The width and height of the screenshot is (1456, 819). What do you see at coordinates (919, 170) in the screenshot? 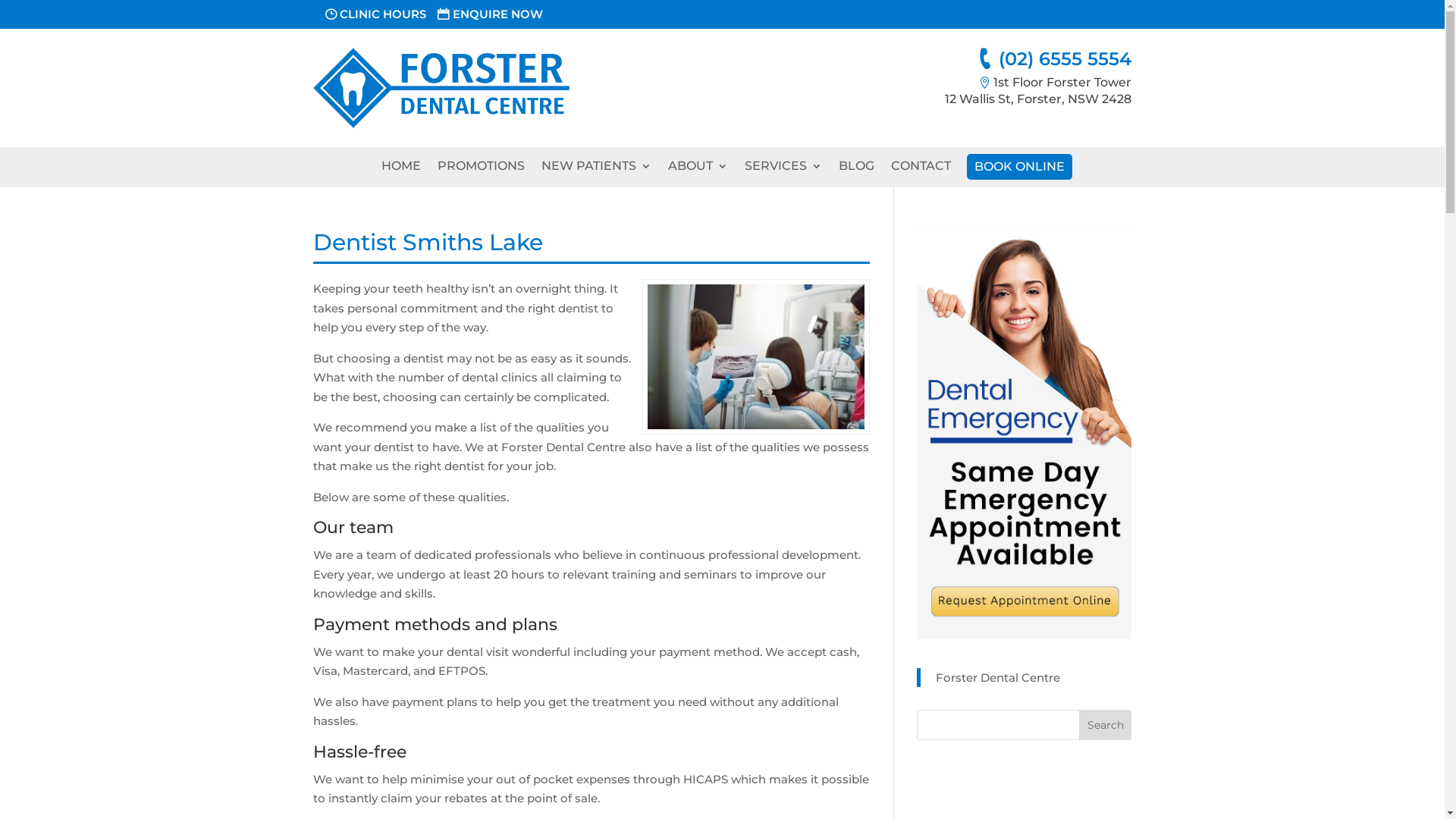
I see `'CONTACT'` at bounding box center [919, 170].